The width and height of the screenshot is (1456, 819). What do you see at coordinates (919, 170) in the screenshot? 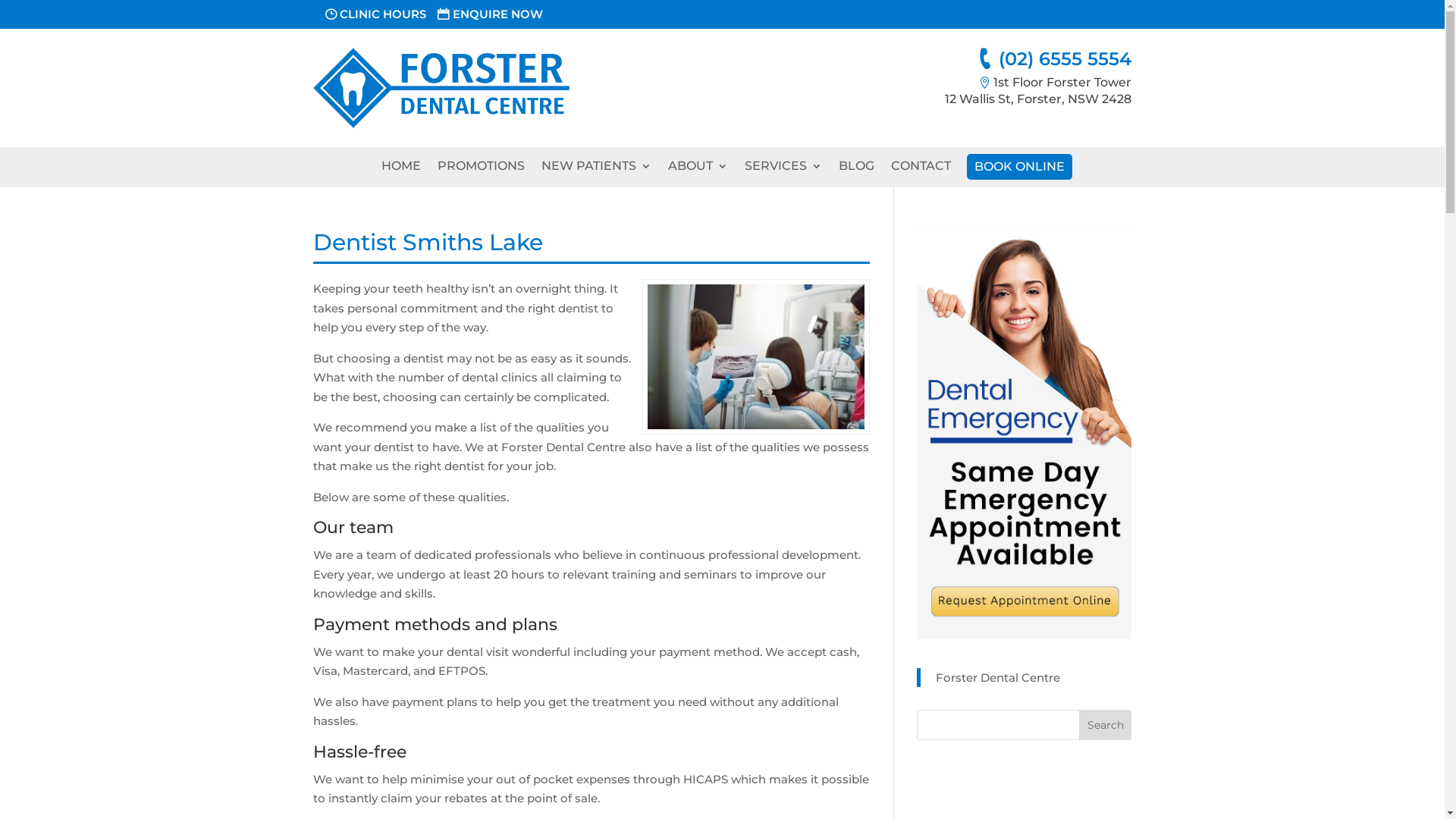
I see `'CONTACT'` at bounding box center [919, 170].